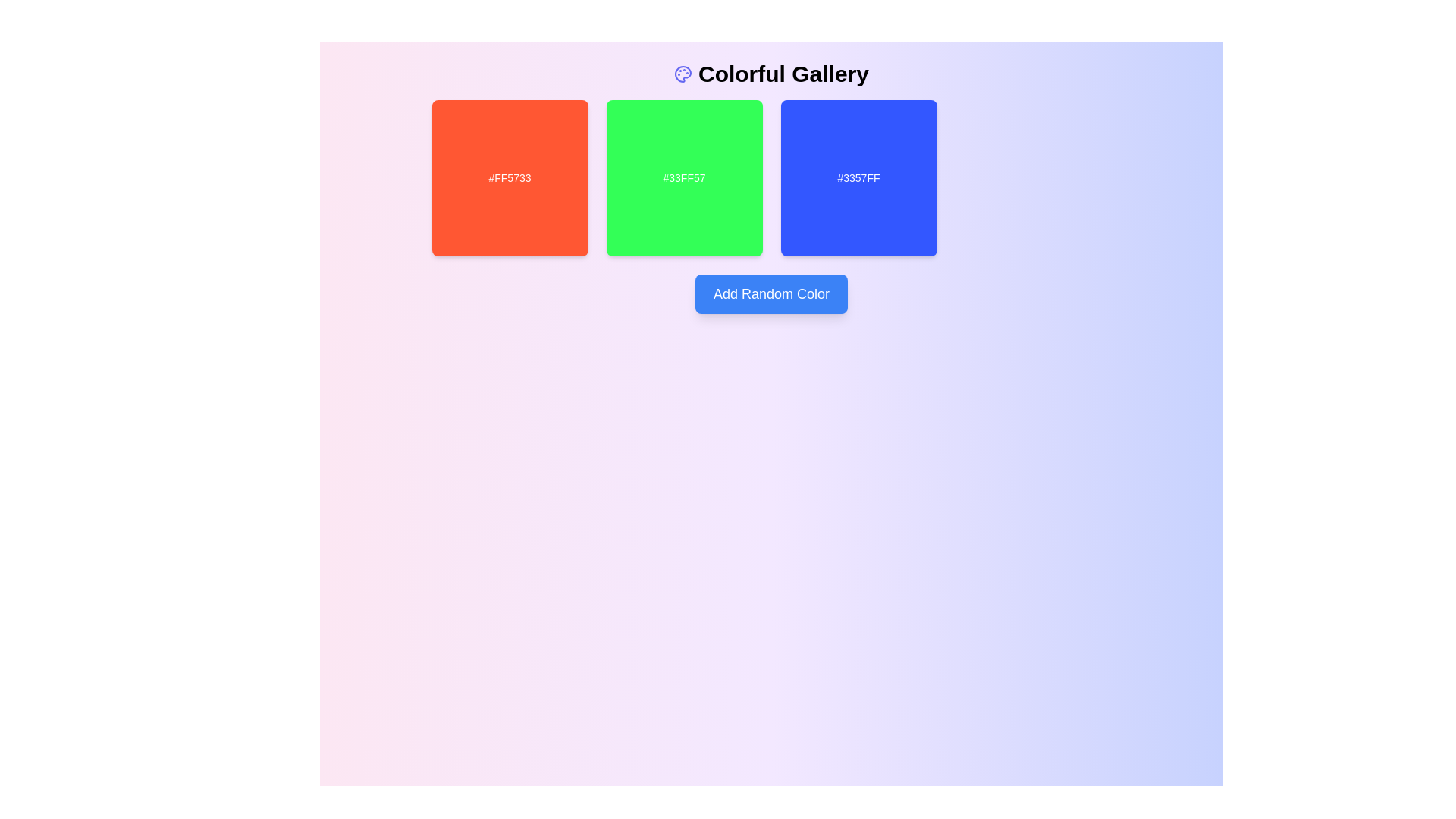 The width and height of the screenshot is (1456, 819). What do you see at coordinates (683, 177) in the screenshot?
I see `the Color Display Tile, which is the second square in a horizontal grid representing the color #33FF57, positioned at the center of the row` at bounding box center [683, 177].